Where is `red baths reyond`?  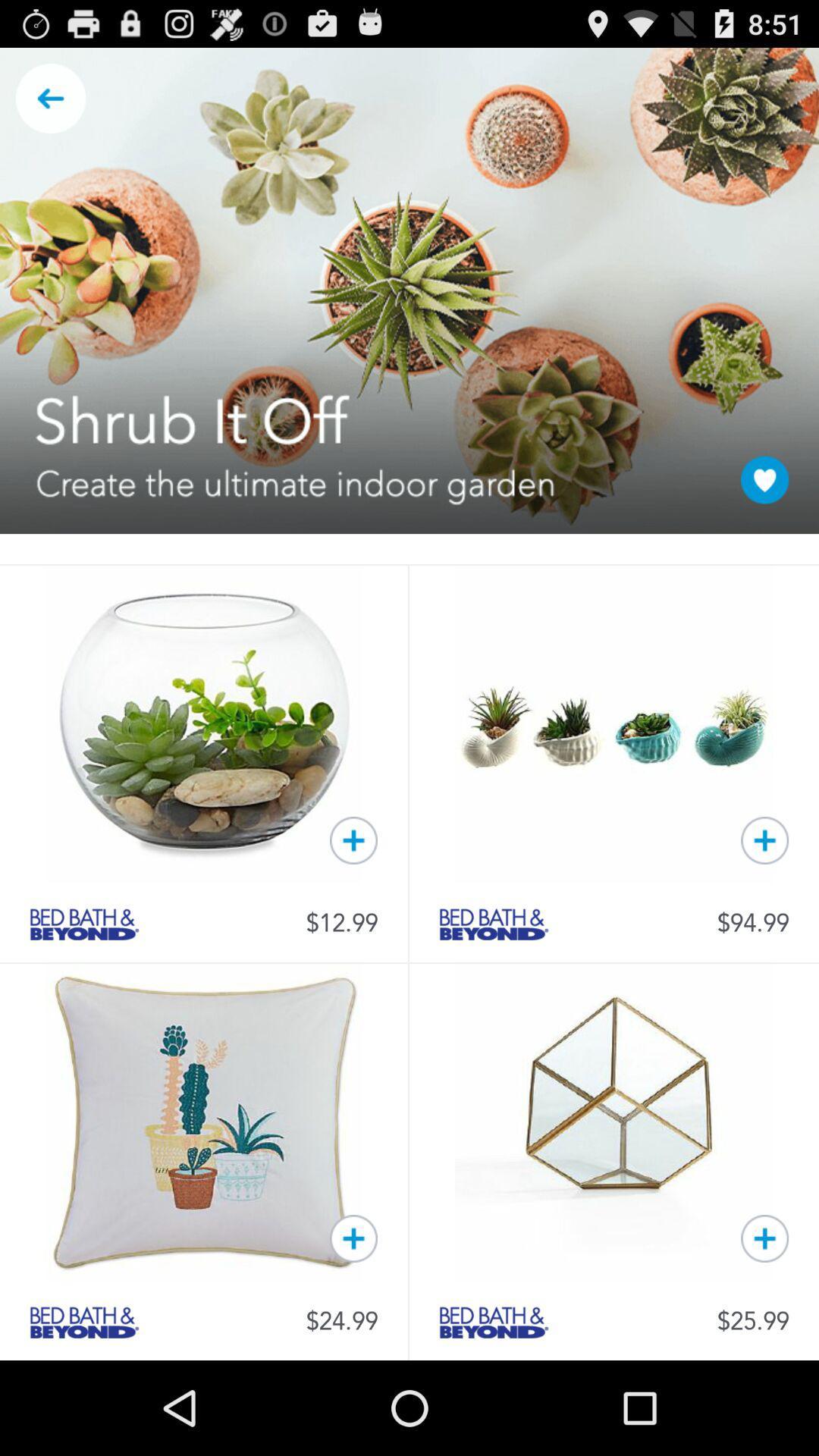 red baths reyond is located at coordinates (494, 1322).